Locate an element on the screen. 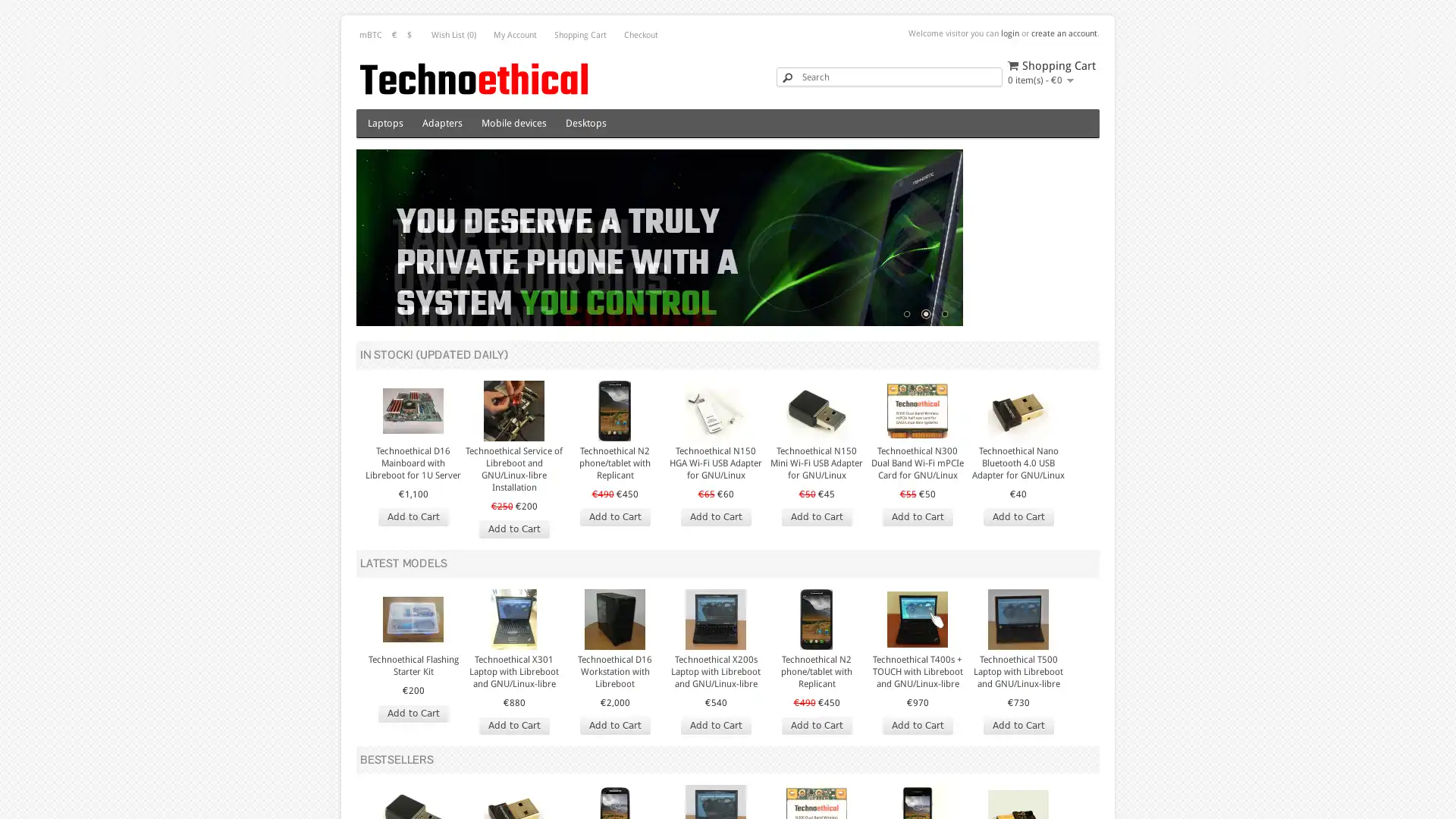 This screenshot has height=819, width=1456. Add to Cart is located at coordinates (413, 567).